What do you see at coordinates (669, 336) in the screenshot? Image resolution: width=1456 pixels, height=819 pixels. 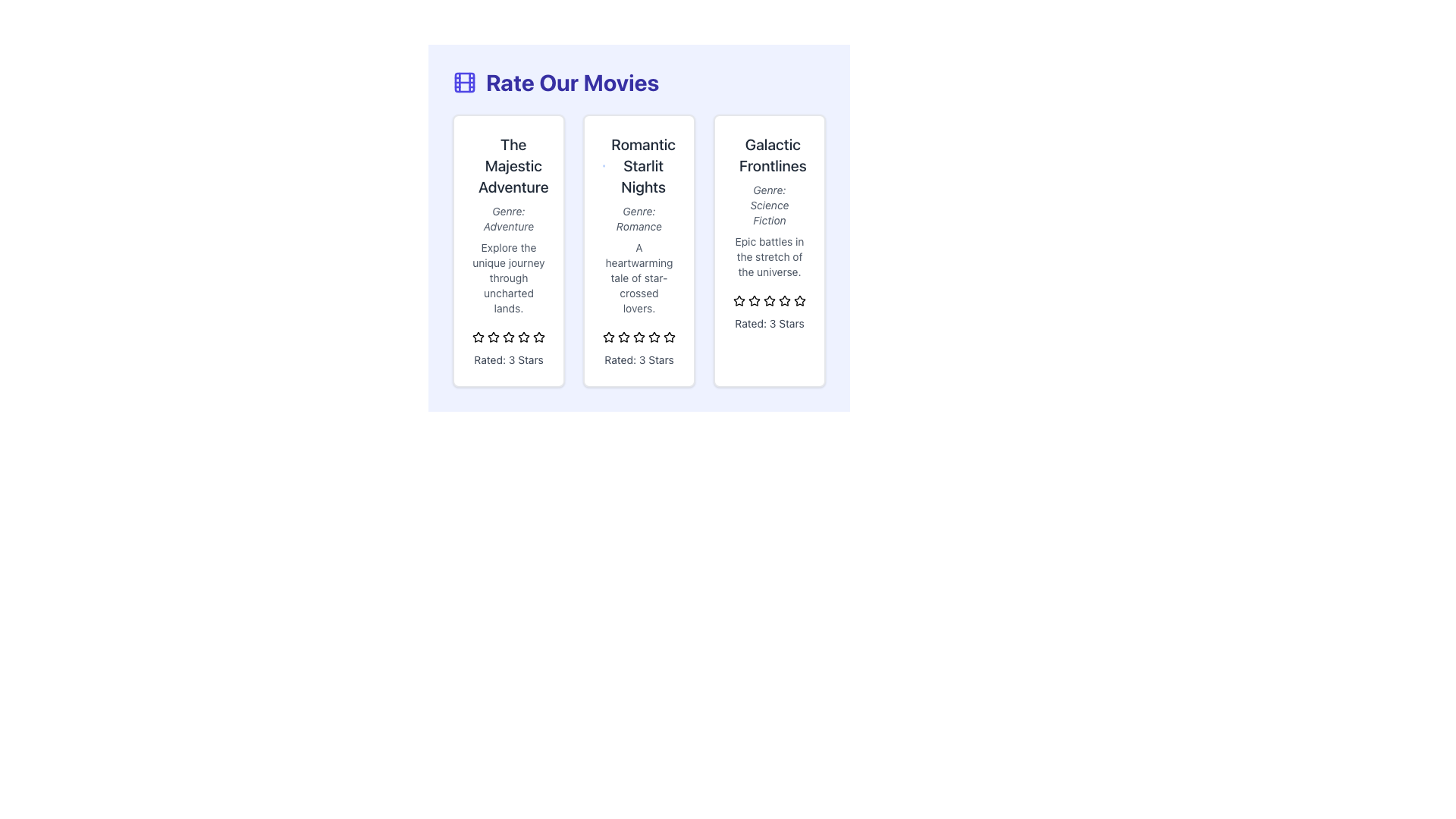 I see `the fifth star icon in the rating system of the 'Romantic Starlit Nights' panel to rate it` at bounding box center [669, 336].